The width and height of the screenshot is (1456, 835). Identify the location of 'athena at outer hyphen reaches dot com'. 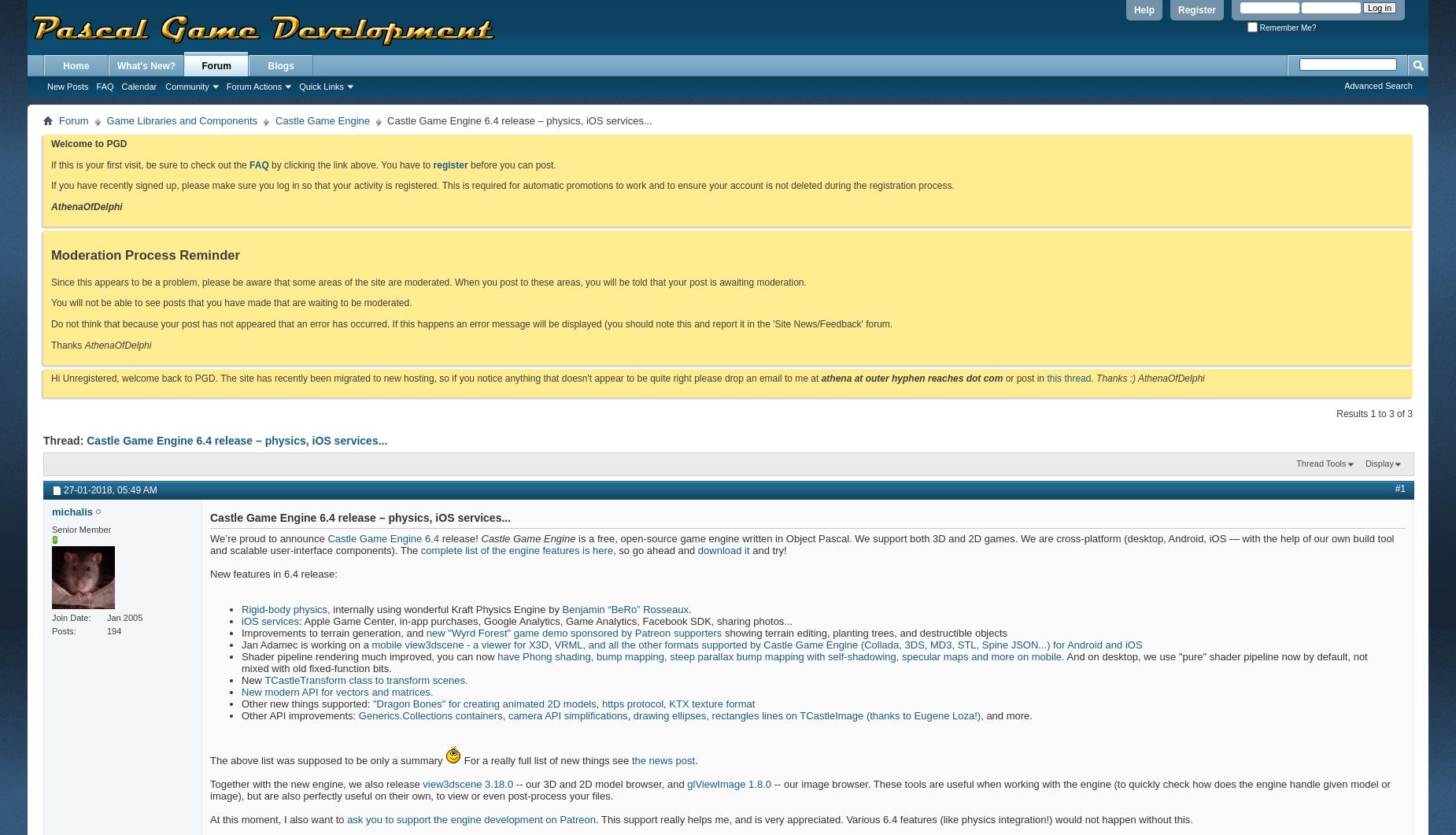
(820, 377).